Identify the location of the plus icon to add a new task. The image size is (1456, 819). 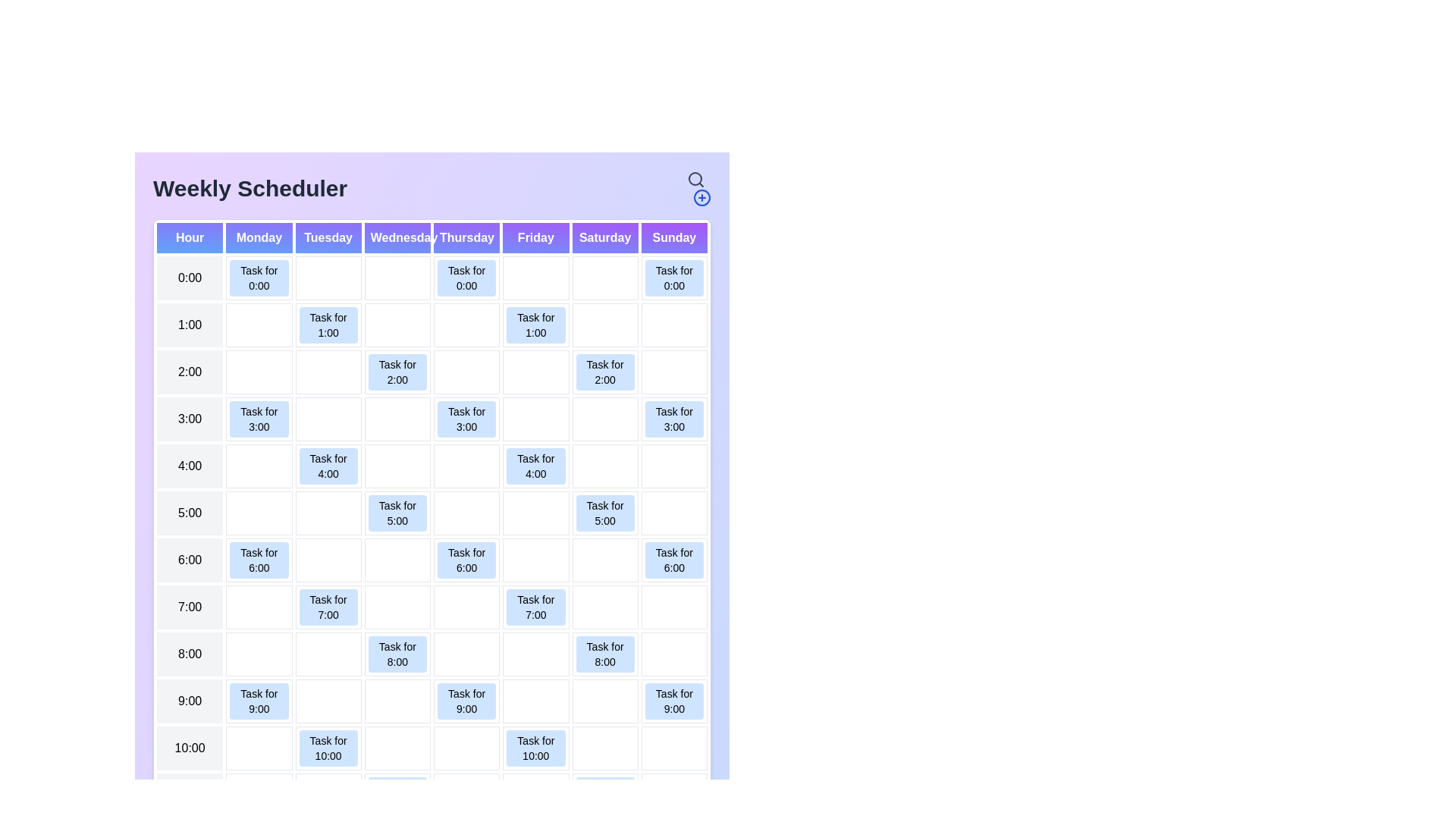
(701, 197).